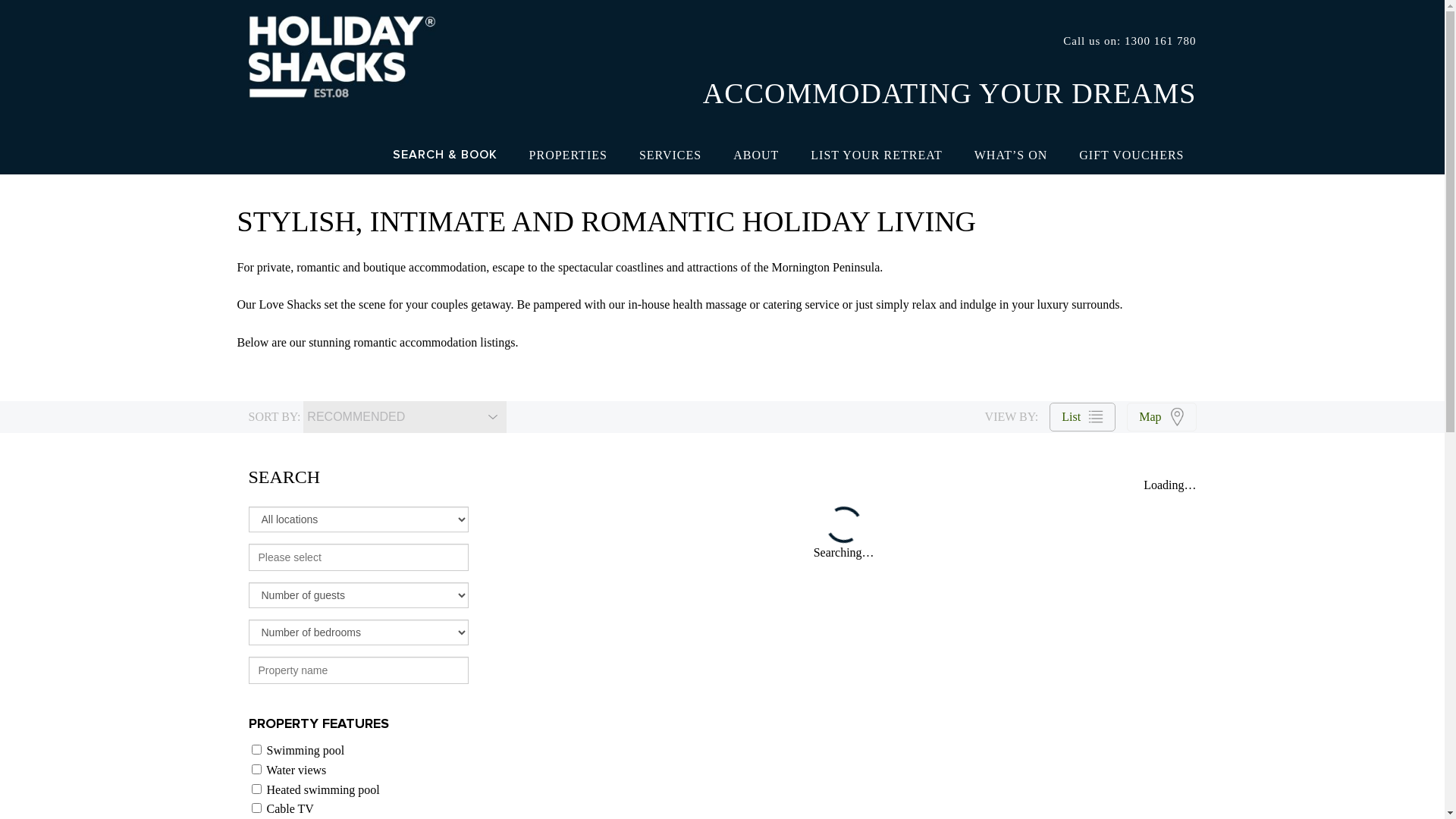  I want to click on 'ABOUT', so click(756, 155).